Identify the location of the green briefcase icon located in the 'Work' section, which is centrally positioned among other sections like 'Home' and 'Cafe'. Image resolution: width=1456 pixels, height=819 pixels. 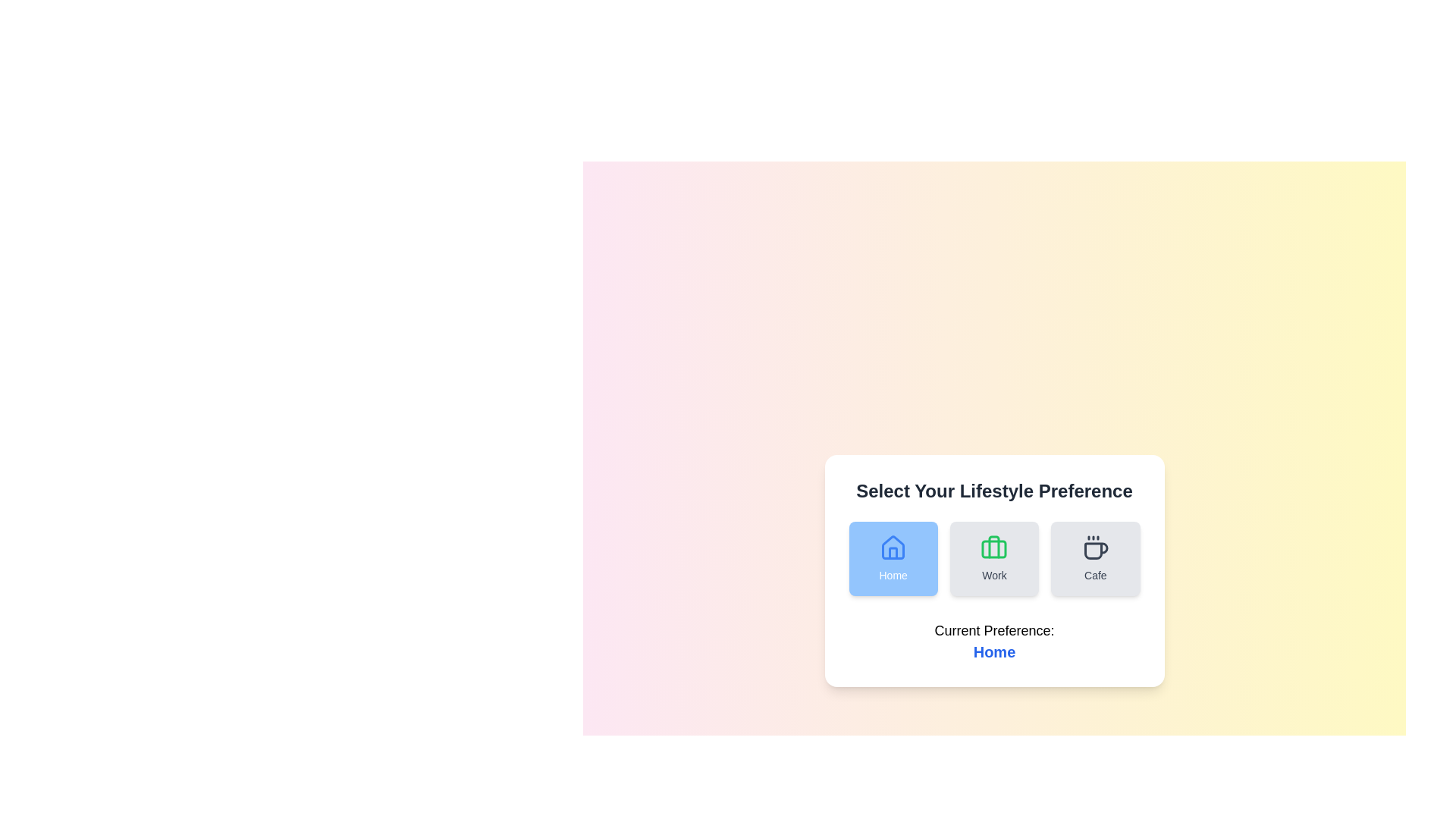
(994, 548).